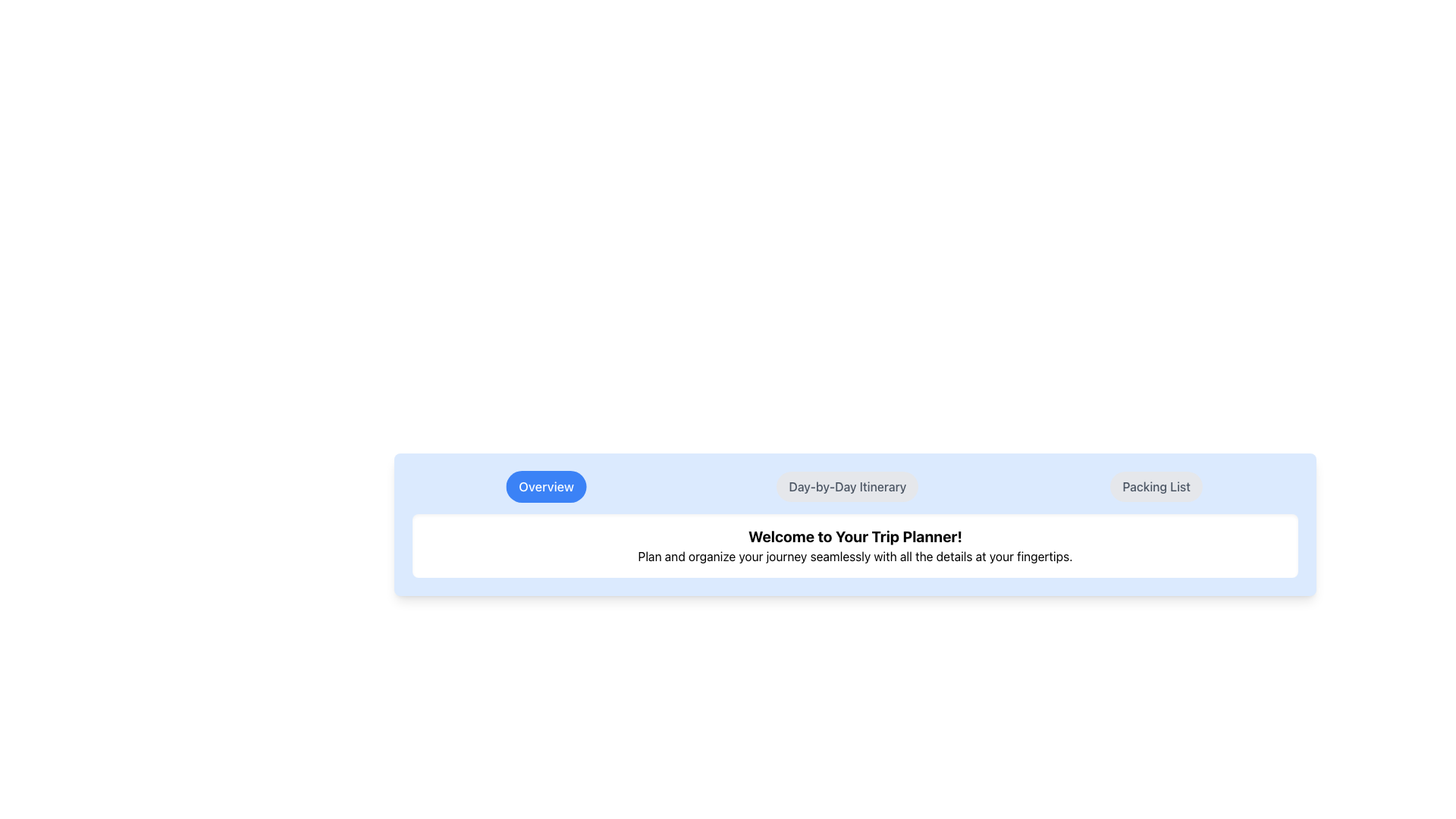  What do you see at coordinates (855, 486) in the screenshot?
I see `the 'Day-by-Day Itinerary' button in the navigation bar` at bounding box center [855, 486].